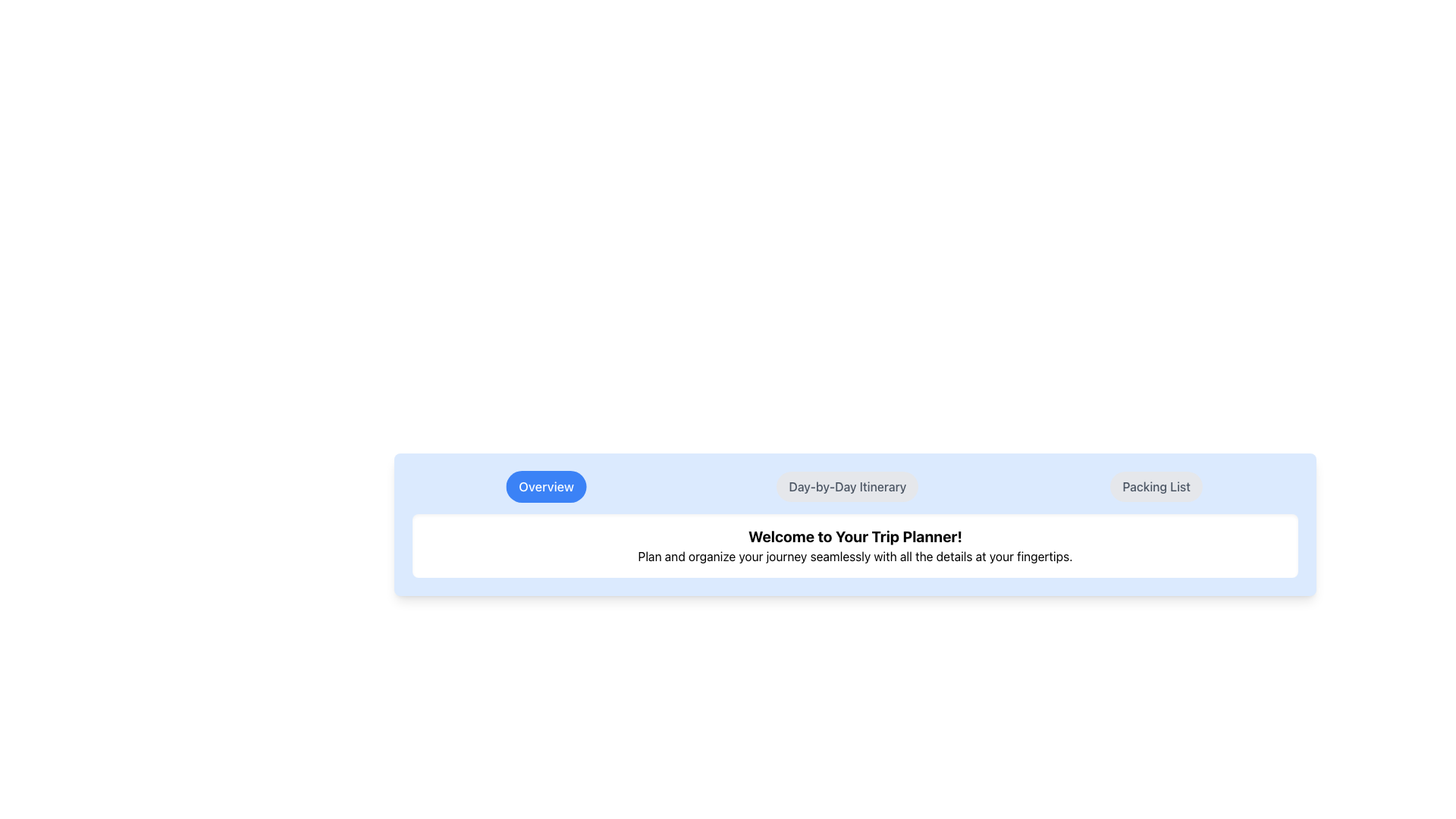  What do you see at coordinates (855, 486) in the screenshot?
I see `the 'Day-by-Day Itinerary' button in the navigation bar` at bounding box center [855, 486].